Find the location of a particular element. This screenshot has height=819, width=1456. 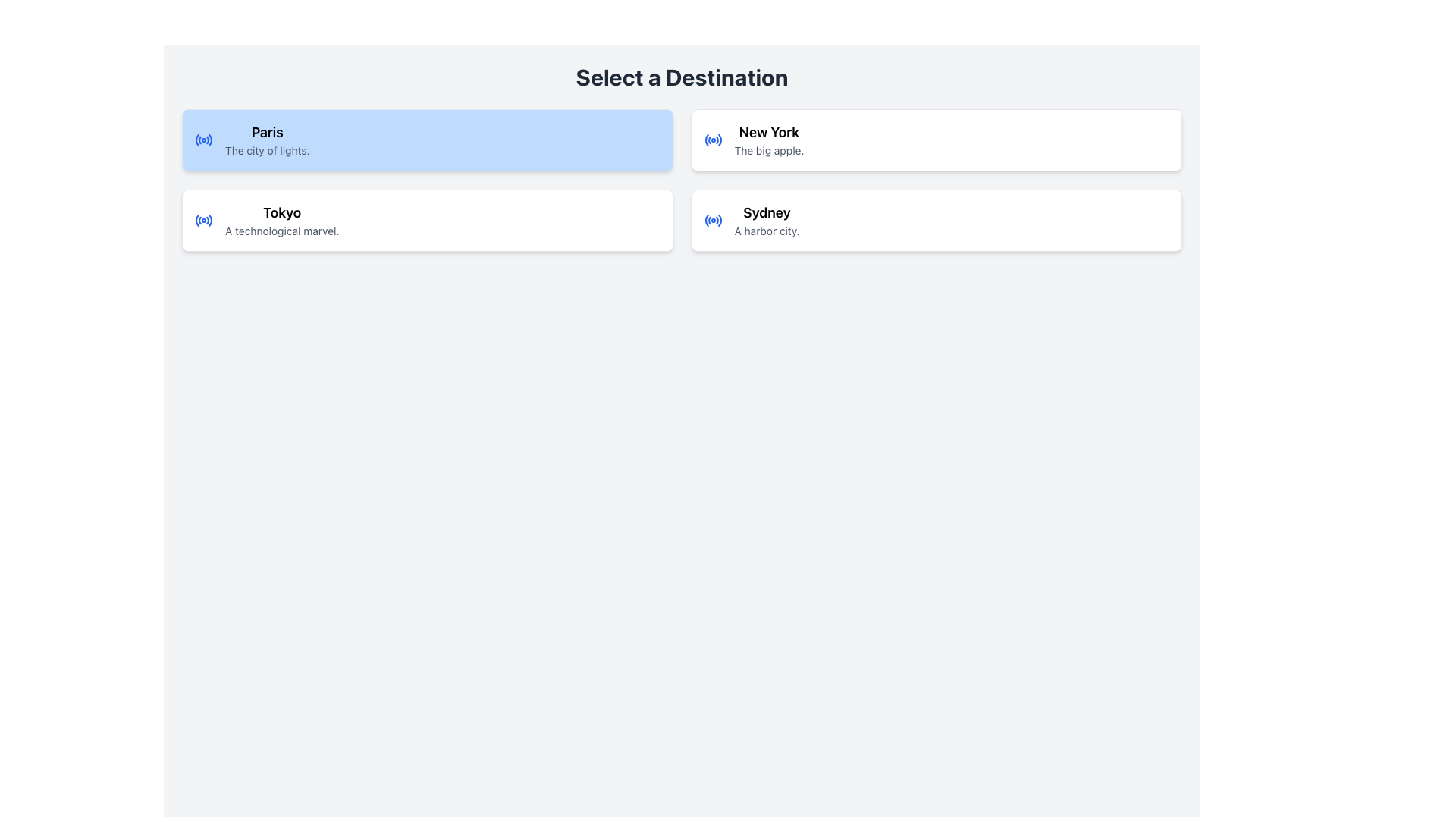

the text element that reads 'A technological marvel.' which is styled in gray and located beneath the bold 'Tokyo' text is located at coordinates (282, 231).